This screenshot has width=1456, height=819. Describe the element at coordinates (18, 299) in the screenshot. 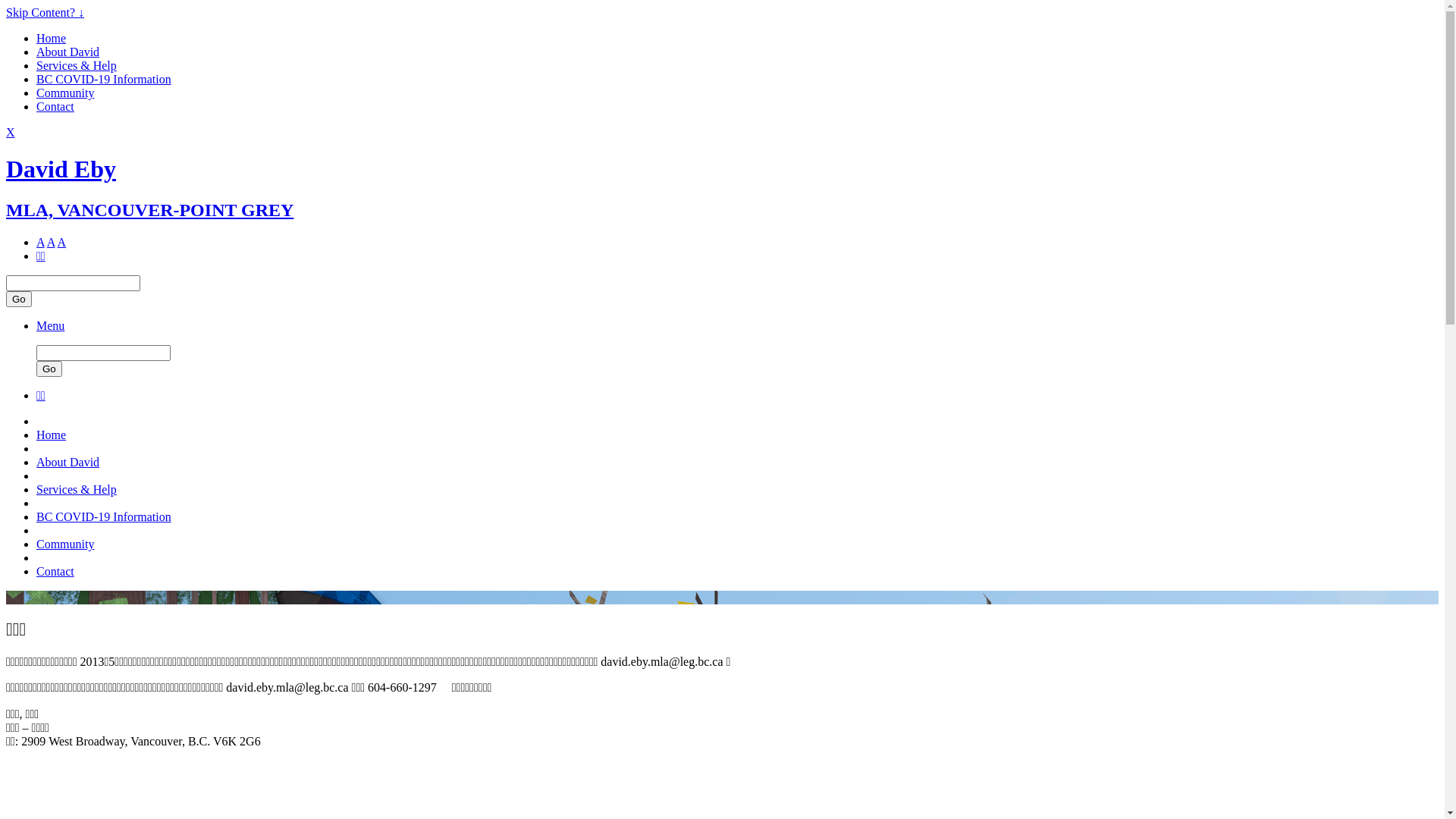

I see `'Go'` at that location.